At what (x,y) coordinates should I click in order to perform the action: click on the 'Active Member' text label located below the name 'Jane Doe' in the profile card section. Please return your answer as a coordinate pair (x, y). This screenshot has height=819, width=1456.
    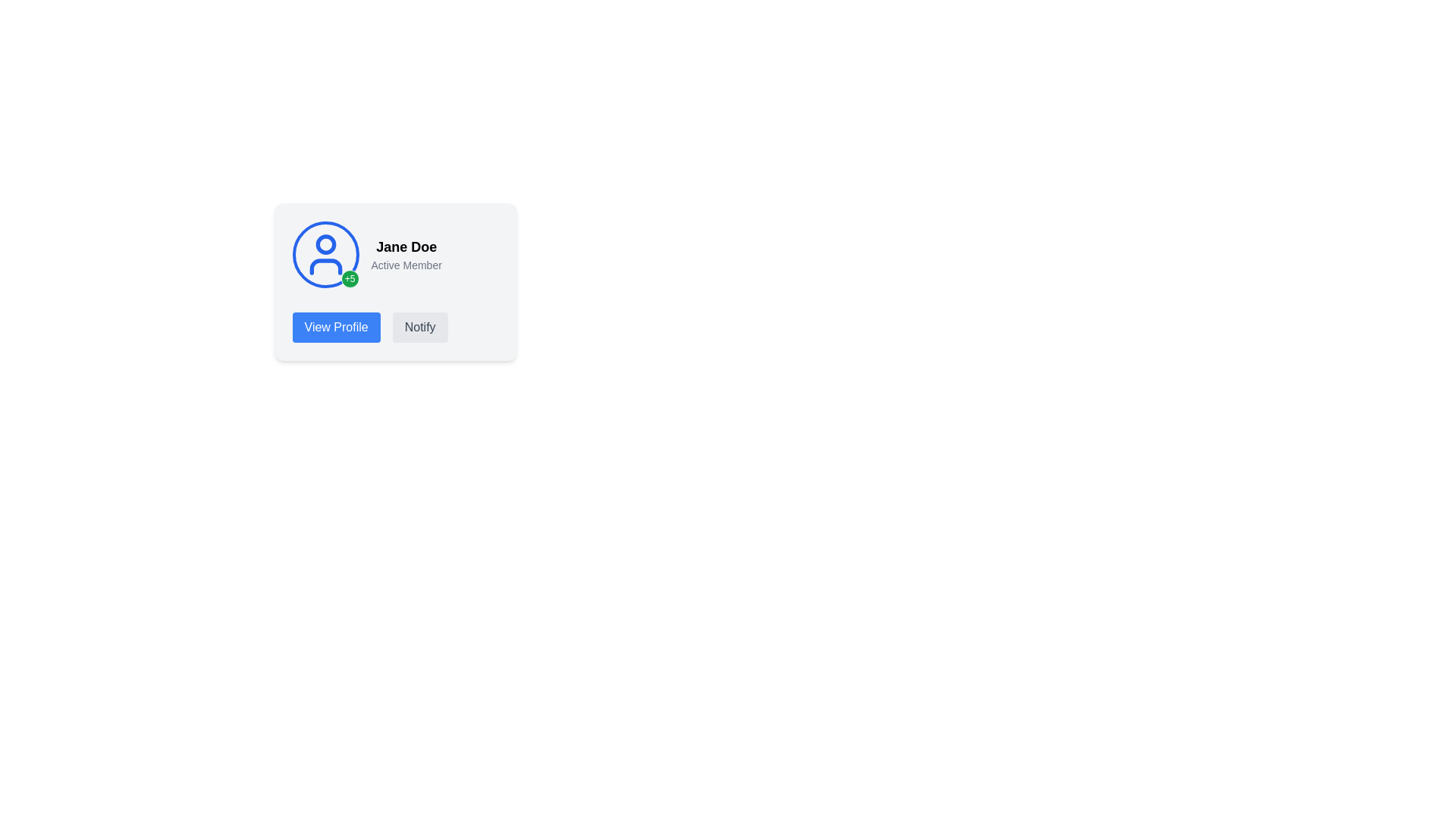
    Looking at the image, I should click on (406, 265).